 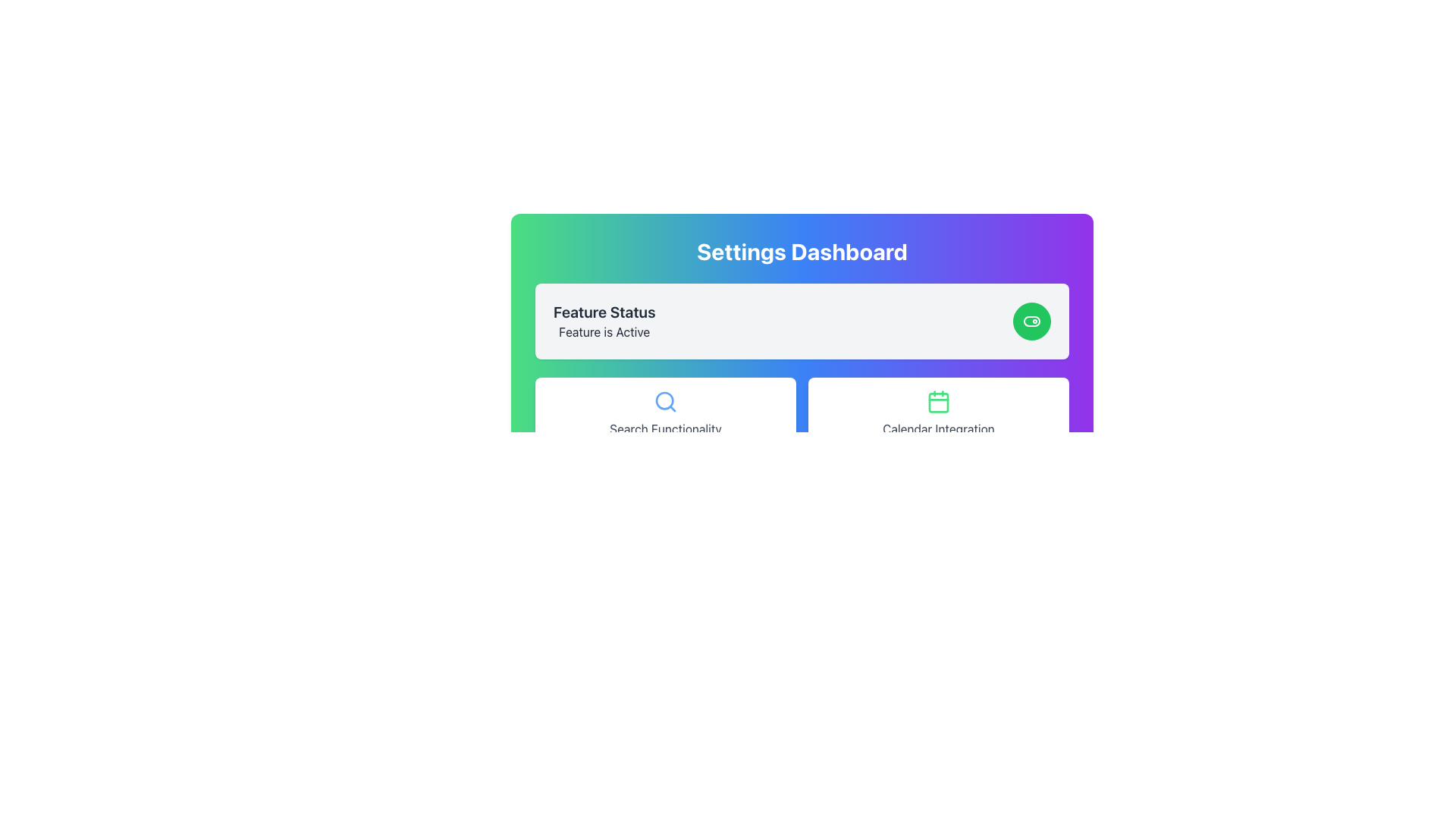 What do you see at coordinates (1031, 321) in the screenshot?
I see `the decorative area of the toggle switch, which is styled in green with rounded corners and is aligned with the circular green knob on the right` at bounding box center [1031, 321].